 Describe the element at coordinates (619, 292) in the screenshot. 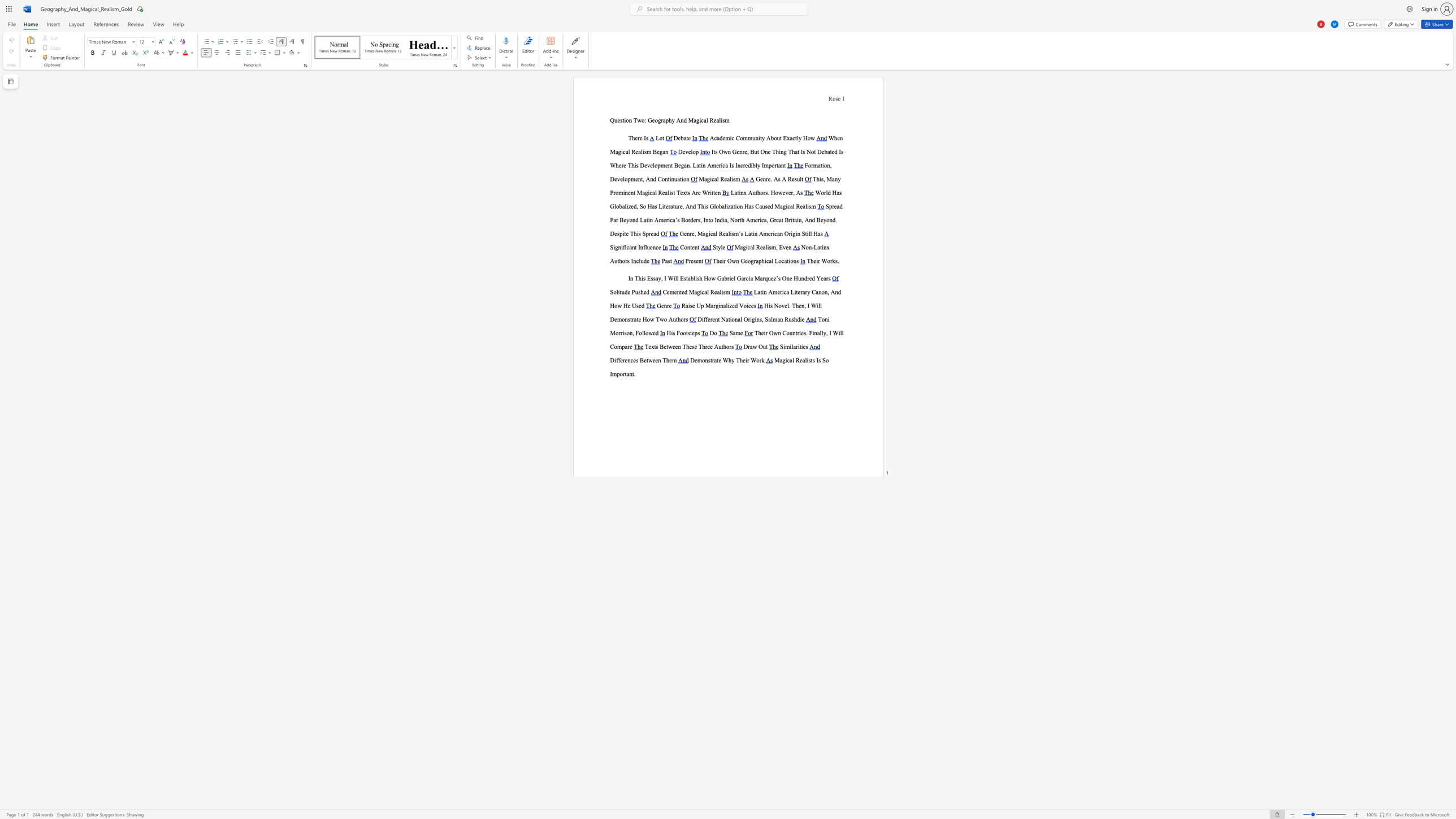

I see `the subset text "tude Pu" within the text "Solitude Pushed"` at that location.